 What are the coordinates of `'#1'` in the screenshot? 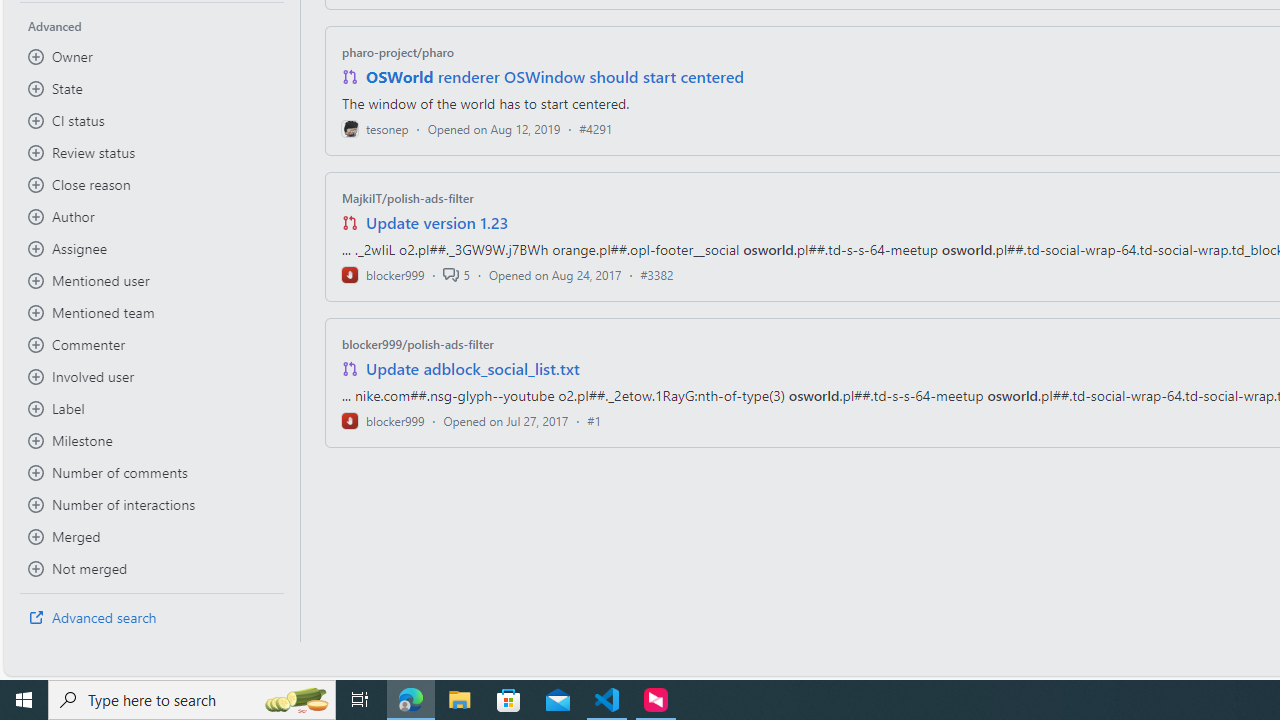 It's located at (593, 419).